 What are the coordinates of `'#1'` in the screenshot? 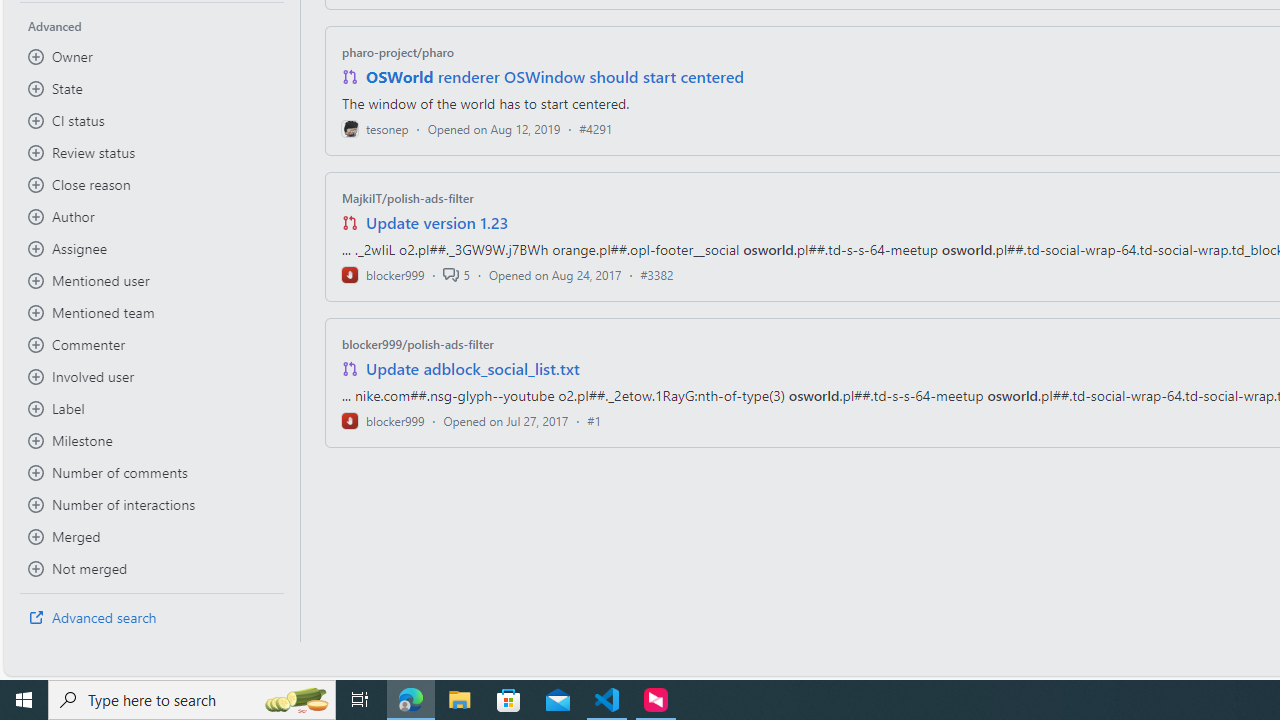 It's located at (593, 419).